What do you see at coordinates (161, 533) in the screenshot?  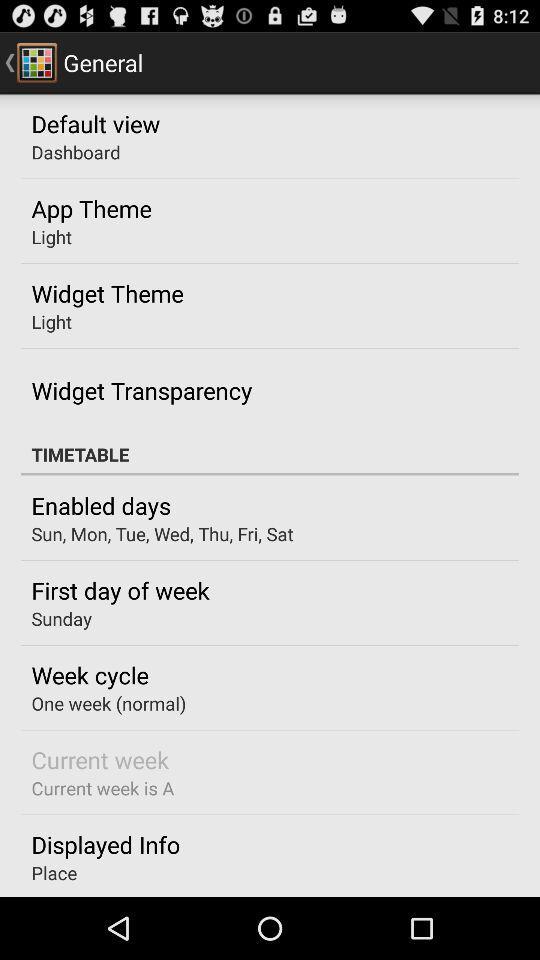 I see `item above the first day of item` at bounding box center [161, 533].